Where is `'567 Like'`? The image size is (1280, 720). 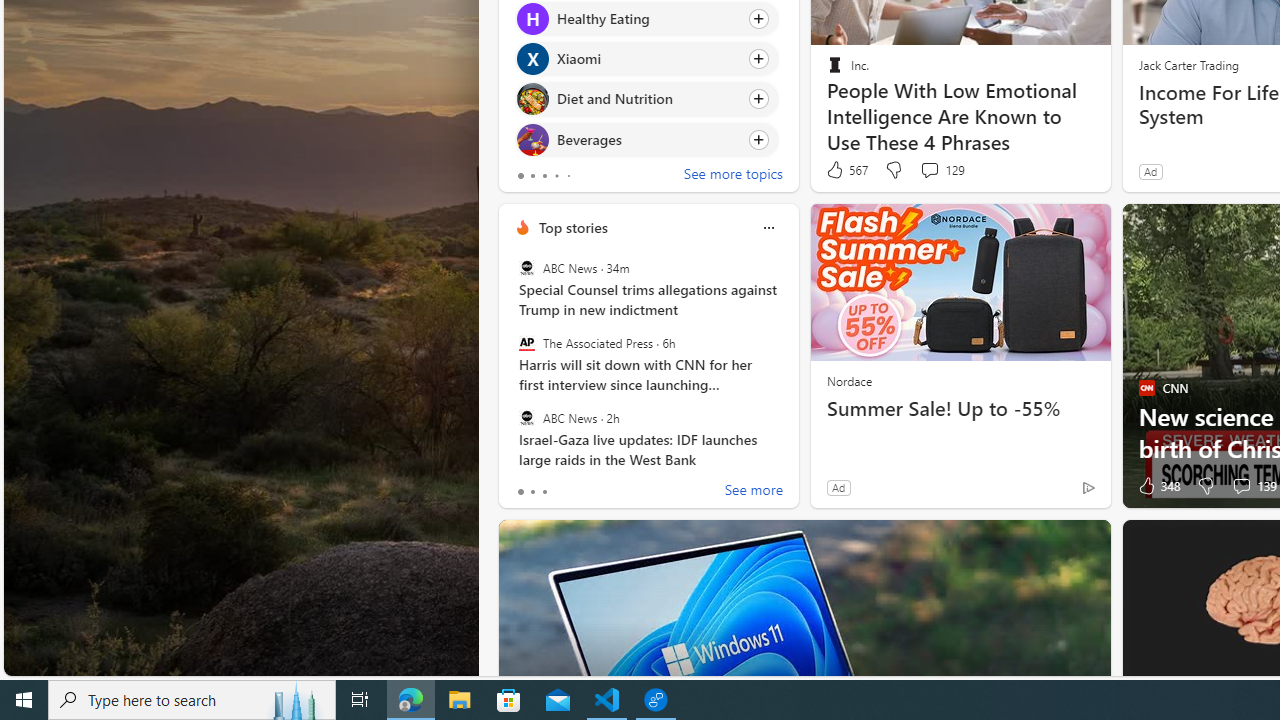
'567 Like' is located at coordinates (846, 169).